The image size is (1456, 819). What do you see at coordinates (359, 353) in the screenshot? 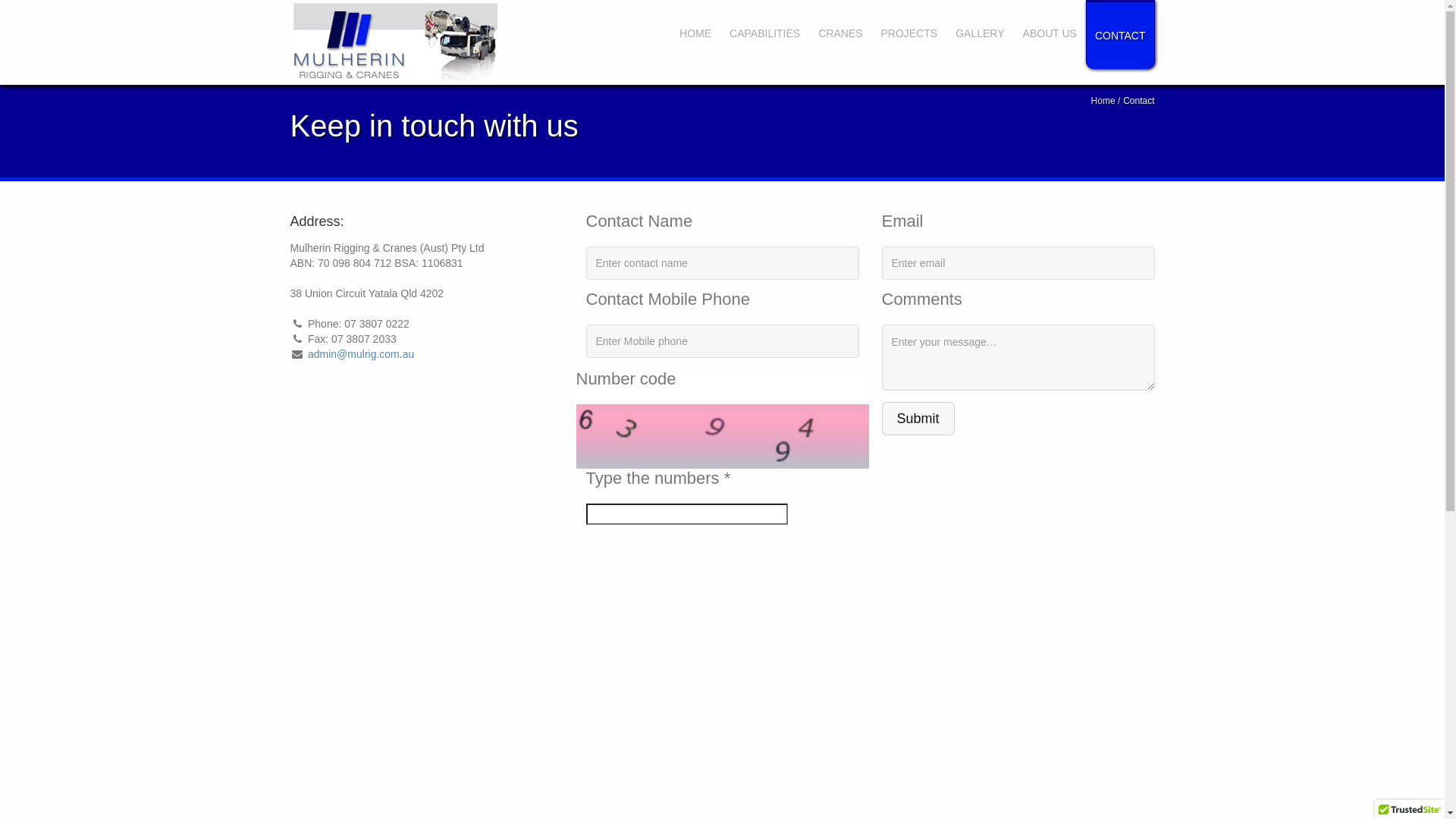
I see `'admin@mulrig.com.au'` at bounding box center [359, 353].